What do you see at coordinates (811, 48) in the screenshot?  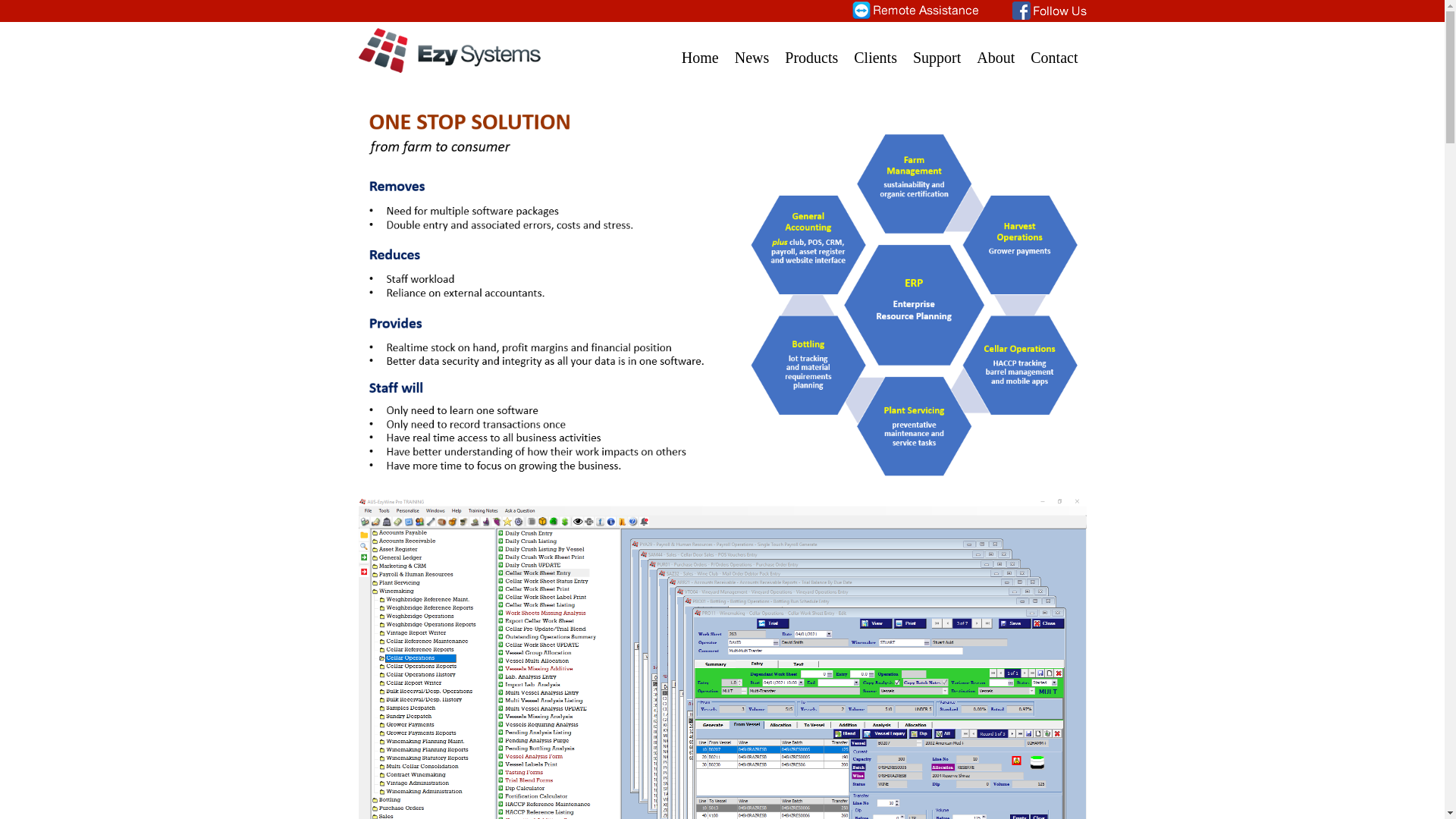 I see `'Products'` at bounding box center [811, 48].